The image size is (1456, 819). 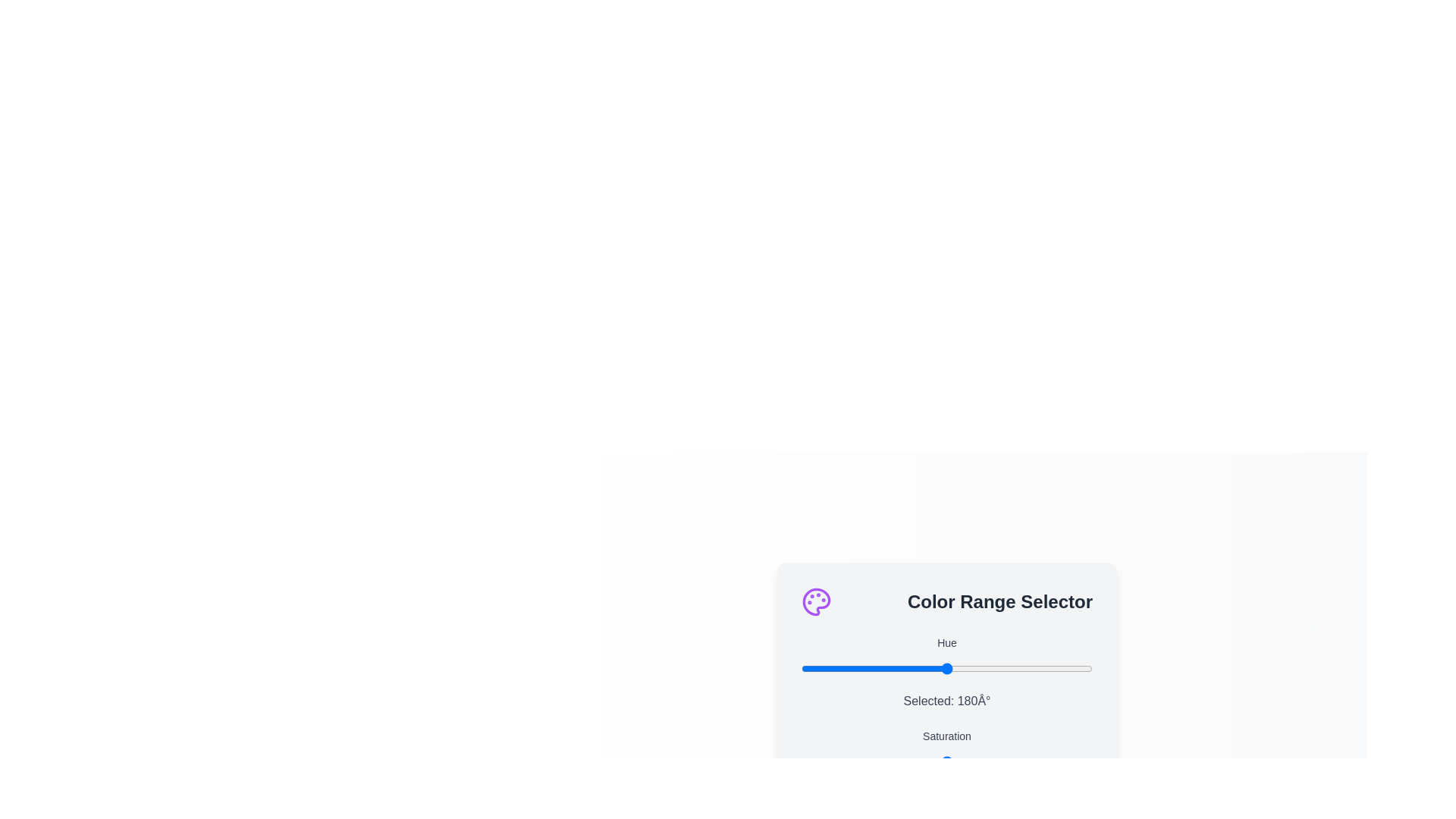 I want to click on the hue value on the slider, so click(x=814, y=667).